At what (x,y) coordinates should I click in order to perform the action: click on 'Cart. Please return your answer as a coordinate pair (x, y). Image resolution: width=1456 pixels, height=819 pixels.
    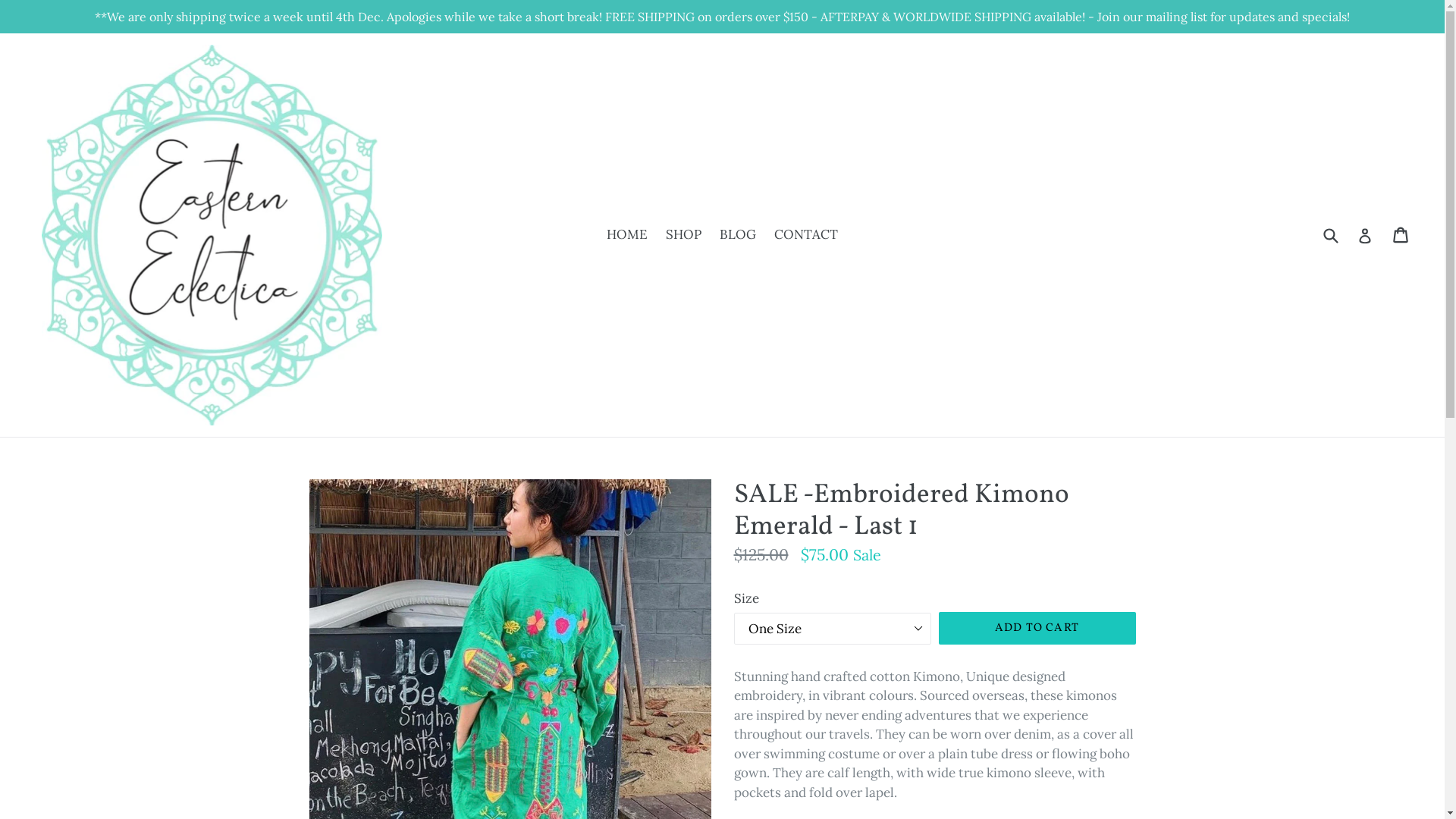
    Looking at the image, I should click on (1401, 234).